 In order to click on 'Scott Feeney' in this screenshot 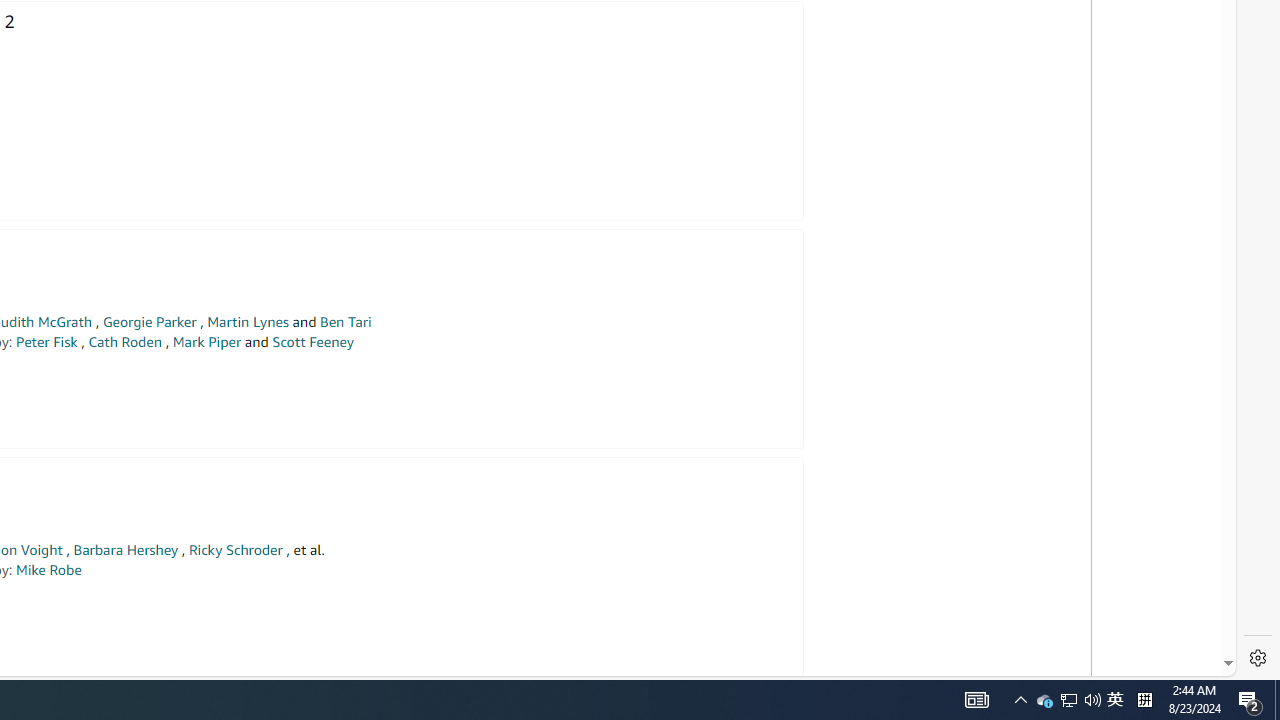, I will do `click(311, 341)`.